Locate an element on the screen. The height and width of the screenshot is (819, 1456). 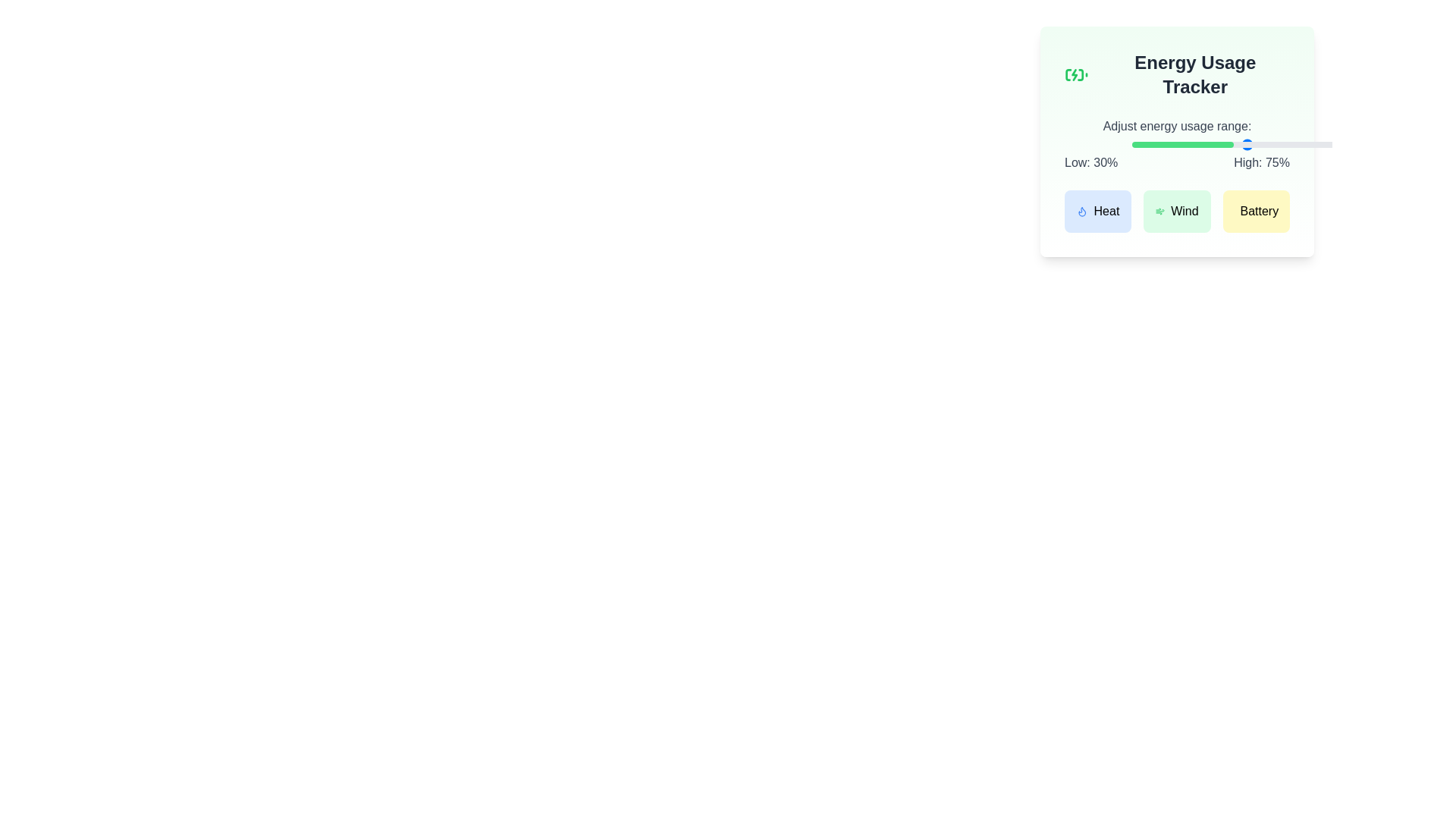
the green wind icon located to the left of the text 'Wind' in the middle button of the set labeled 'Heat', 'Wind', and 'Battery' is located at coordinates (1159, 211).